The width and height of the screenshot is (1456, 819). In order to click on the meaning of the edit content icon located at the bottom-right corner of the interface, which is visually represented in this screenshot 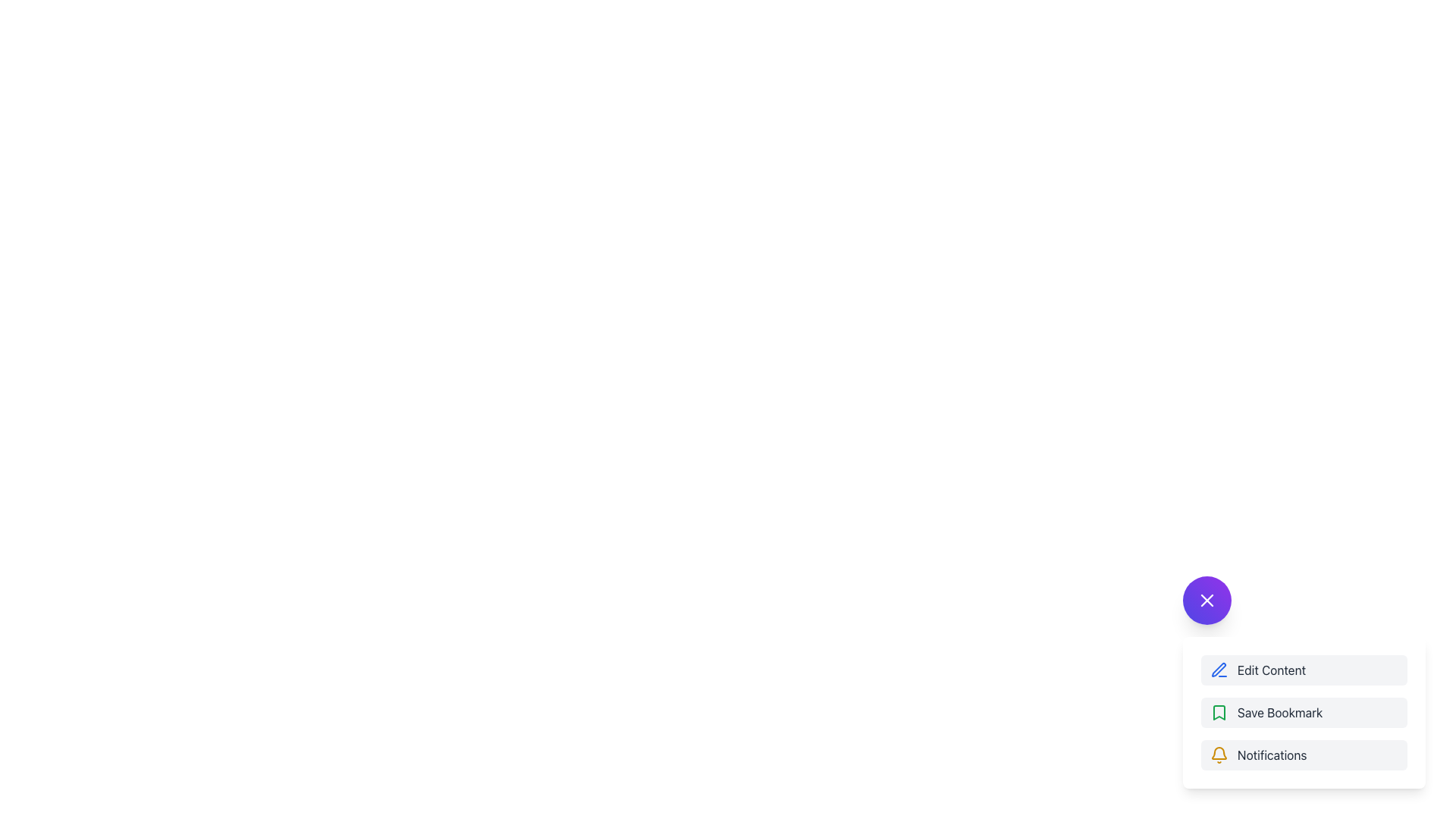, I will do `click(1219, 669)`.